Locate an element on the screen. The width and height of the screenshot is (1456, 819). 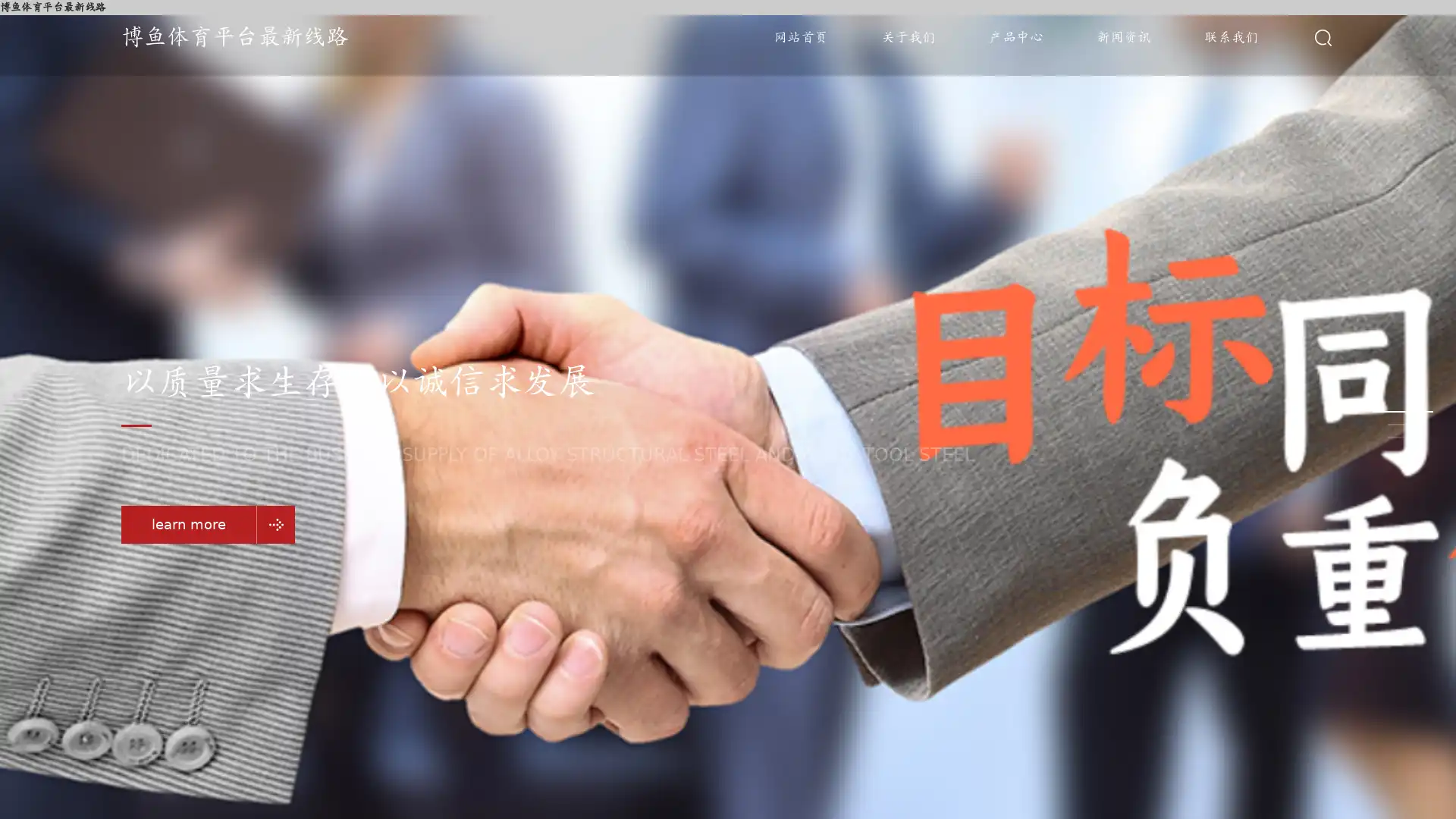
Go to slide 2 is located at coordinates (1401, 424).